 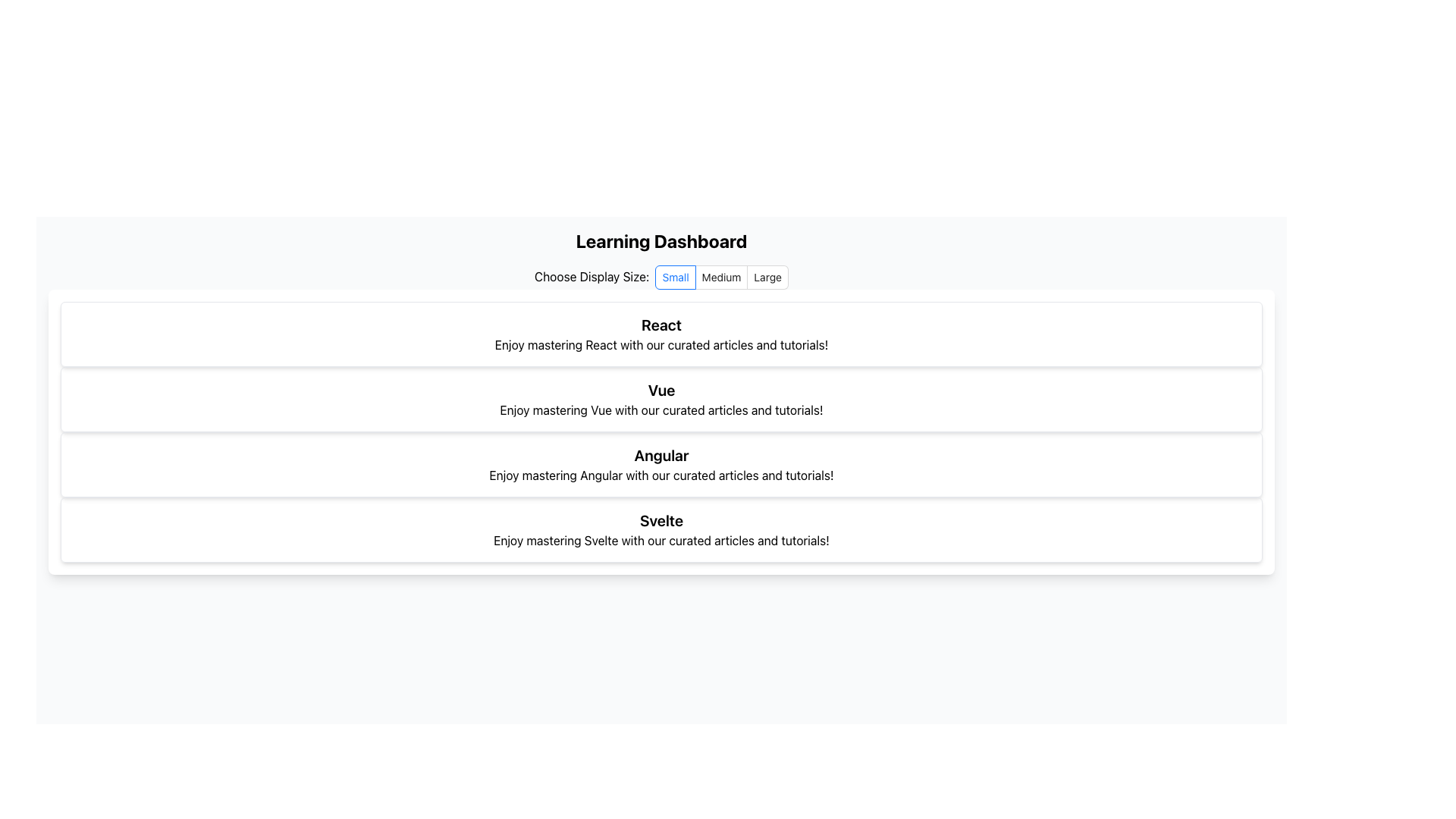 I want to click on the static text header displaying the word 'Angular', which is bold and large-sized, positioned at the center above the descriptive paragraph, so click(x=661, y=455).